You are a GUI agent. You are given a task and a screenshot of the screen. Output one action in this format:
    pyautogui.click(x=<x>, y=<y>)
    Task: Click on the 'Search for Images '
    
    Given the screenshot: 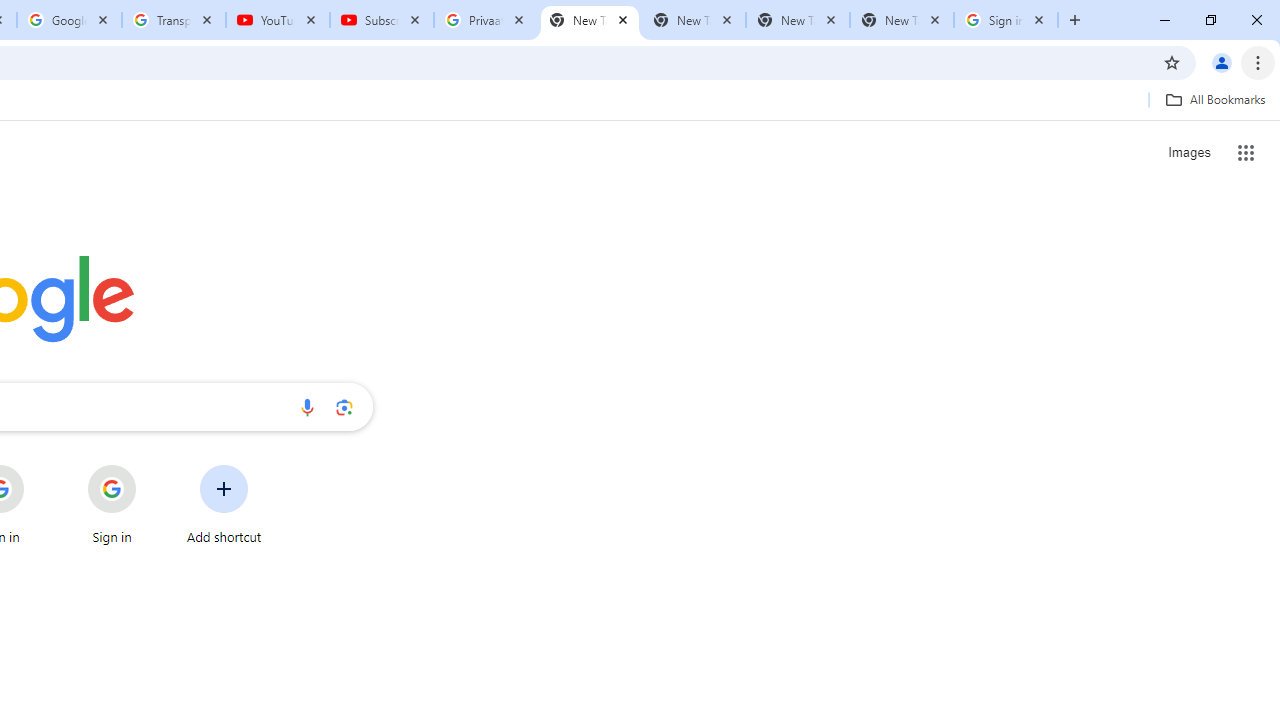 What is the action you would take?
    pyautogui.click(x=1189, y=152)
    